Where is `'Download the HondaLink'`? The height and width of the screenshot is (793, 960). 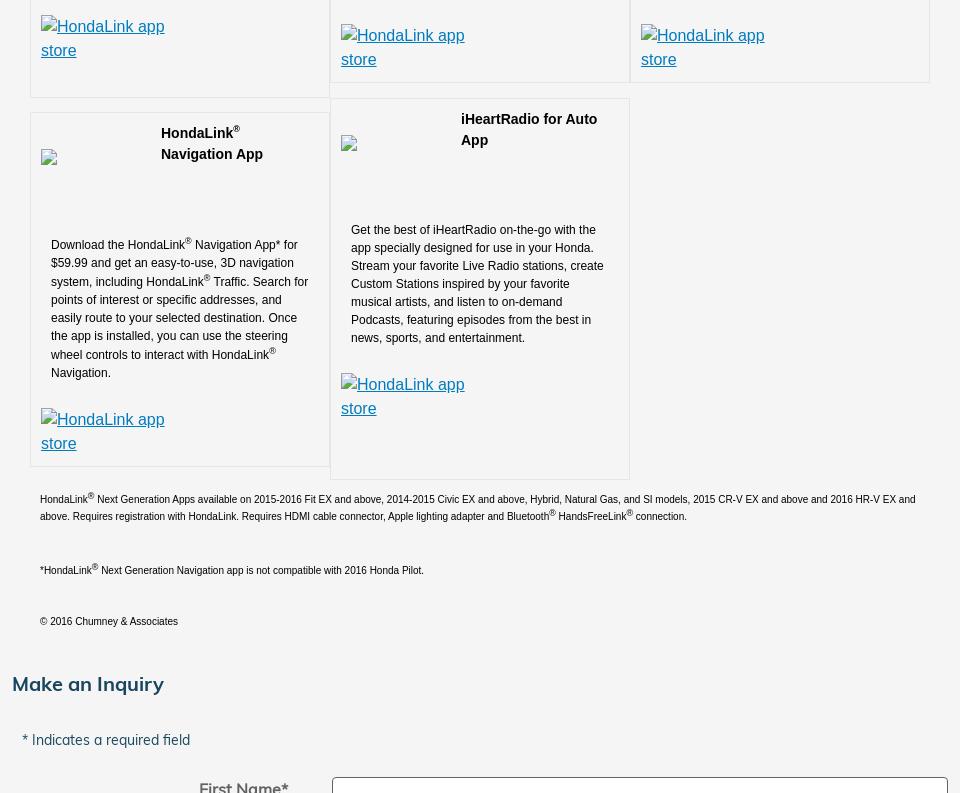 'Download the HondaLink' is located at coordinates (117, 244).